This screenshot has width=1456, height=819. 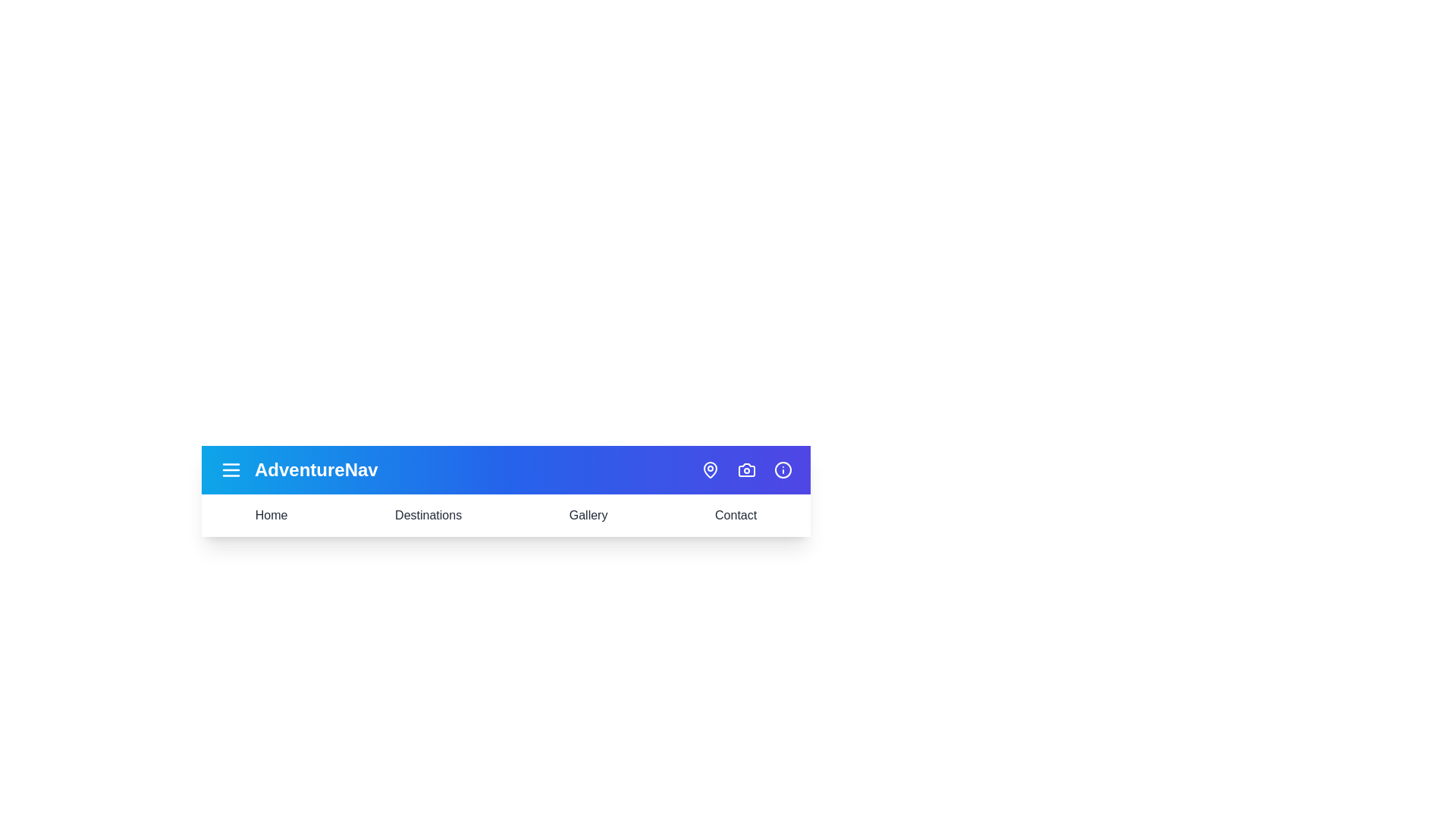 What do you see at coordinates (735, 514) in the screenshot?
I see `the menu item labeled Contact to navigate to the corresponding section` at bounding box center [735, 514].